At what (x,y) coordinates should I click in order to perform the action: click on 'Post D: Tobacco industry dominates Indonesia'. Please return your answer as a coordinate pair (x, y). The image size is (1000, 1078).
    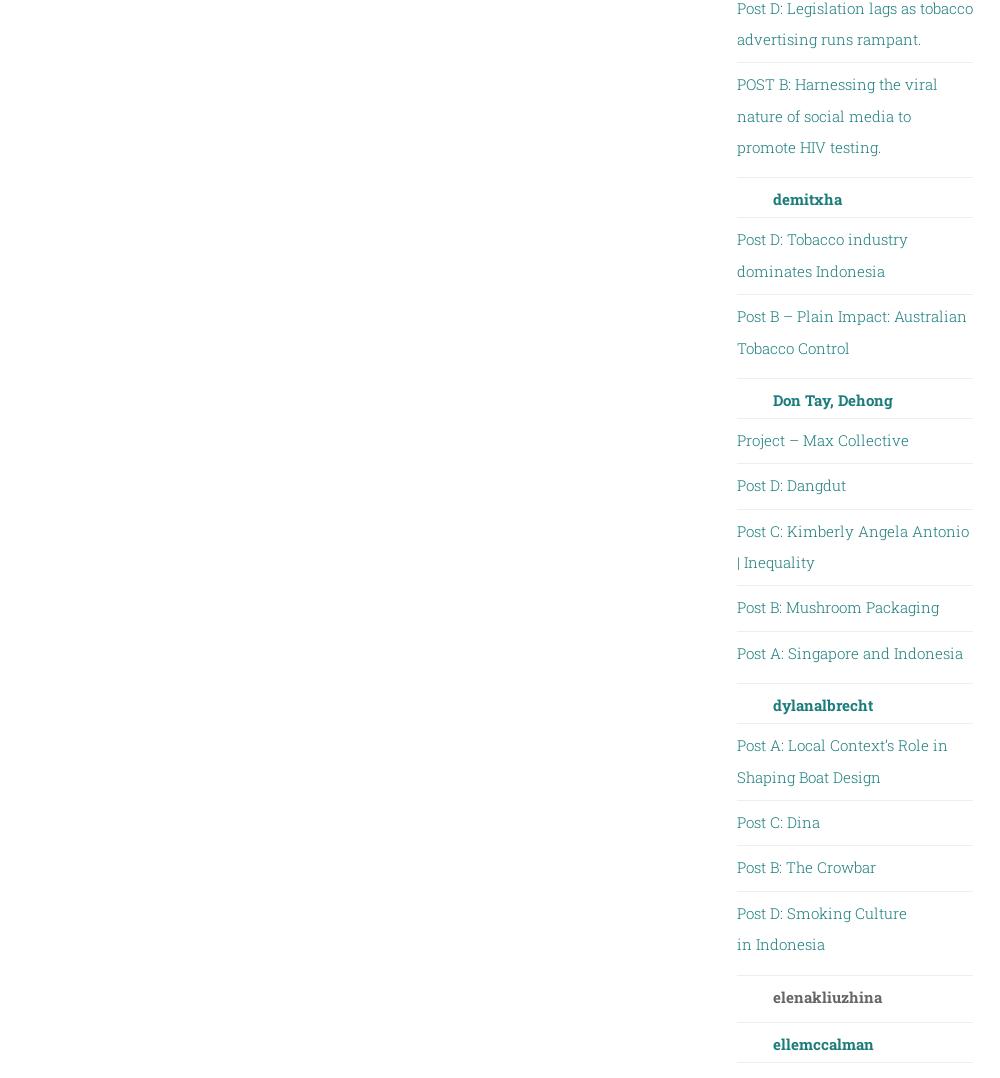
    Looking at the image, I should click on (820, 253).